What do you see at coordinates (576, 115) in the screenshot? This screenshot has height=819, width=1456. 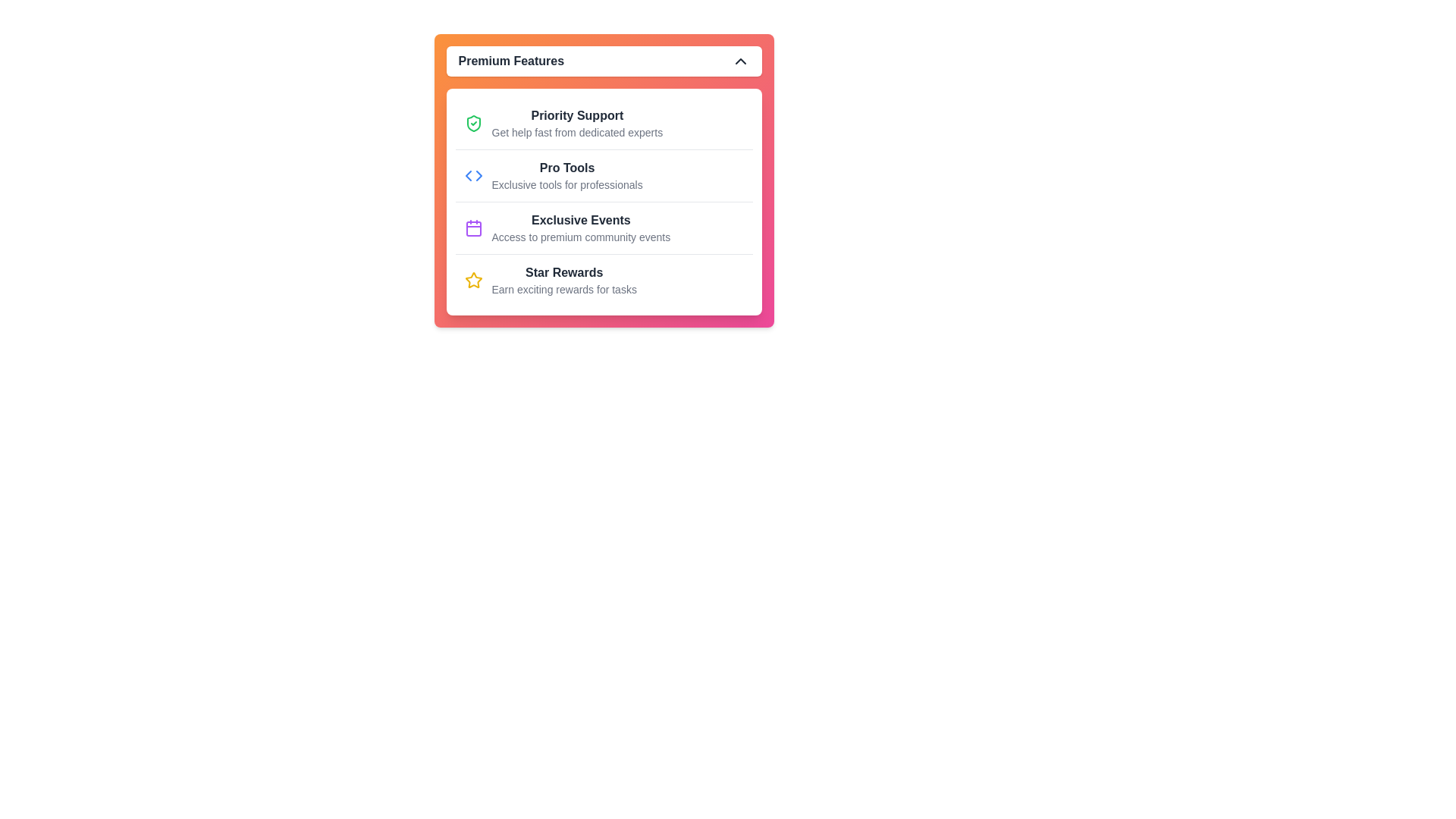 I see `the 'Priority Support' text label element, which is styled in bold dark gray and positioned in the top-most entry of a list within the 'Premium Features' card` at bounding box center [576, 115].